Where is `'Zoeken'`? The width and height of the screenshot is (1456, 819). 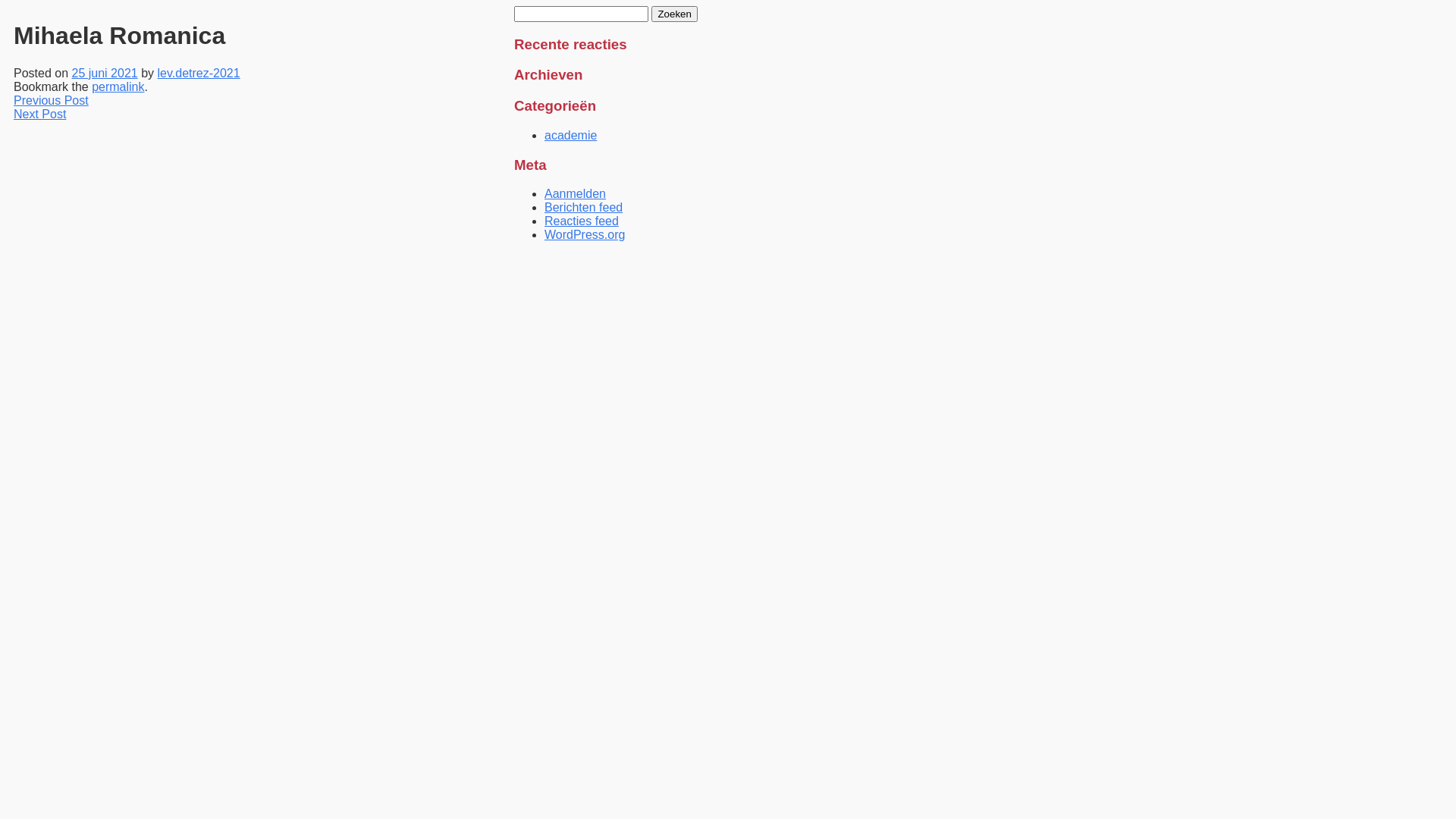
'Zoeken' is located at coordinates (651, 14).